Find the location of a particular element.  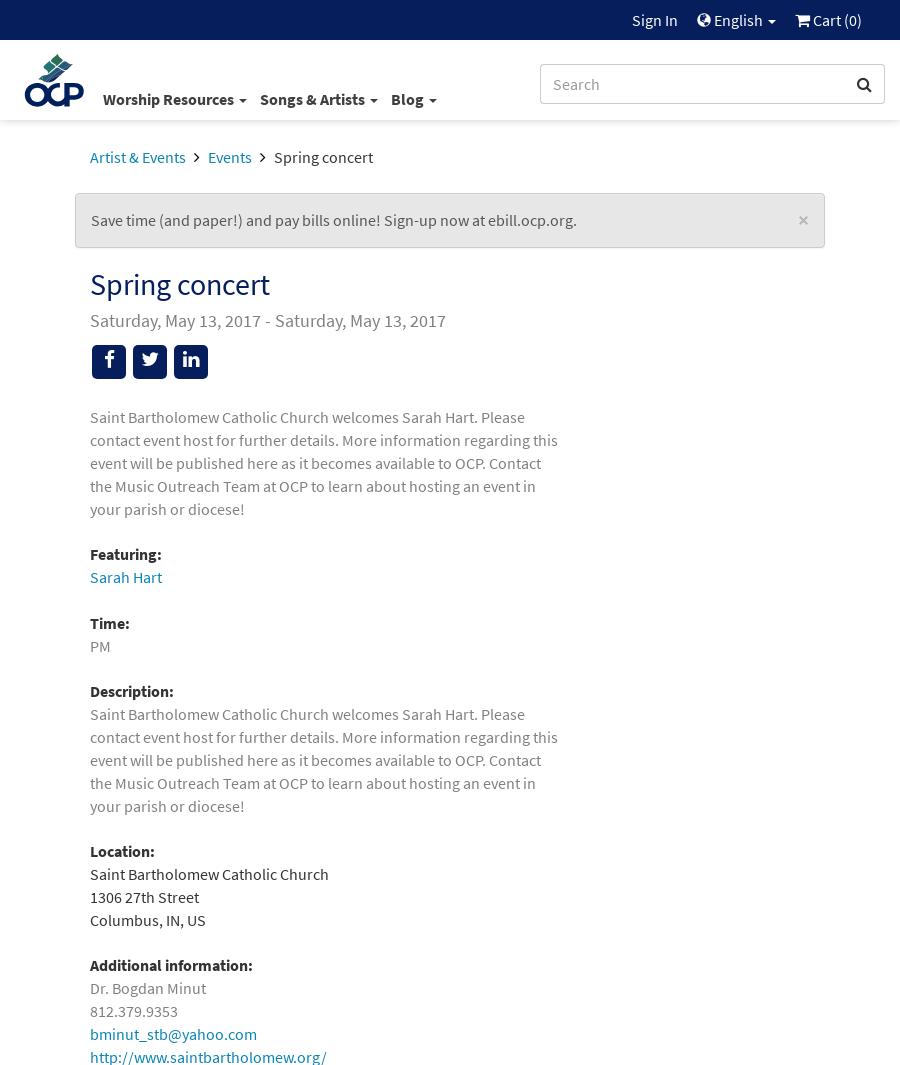

'Dr. Bogdan Minut' is located at coordinates (147, 988).